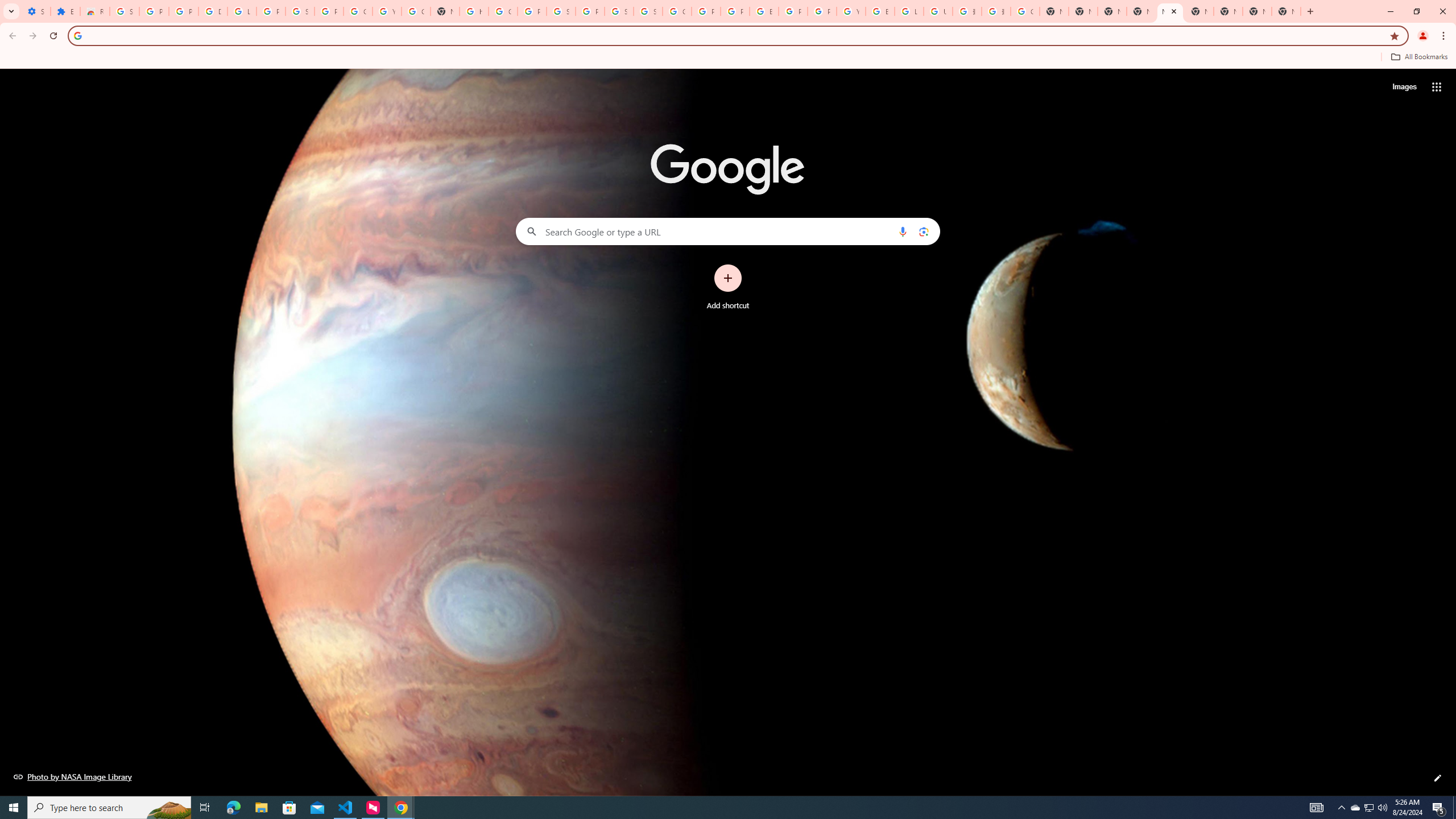 The width and height of the screenshot is (1456, 819). What do you see at coordinates (728, 230) in the screenshot?
I see `'Search Google or type a URL'` at bounding box center [728, 230].